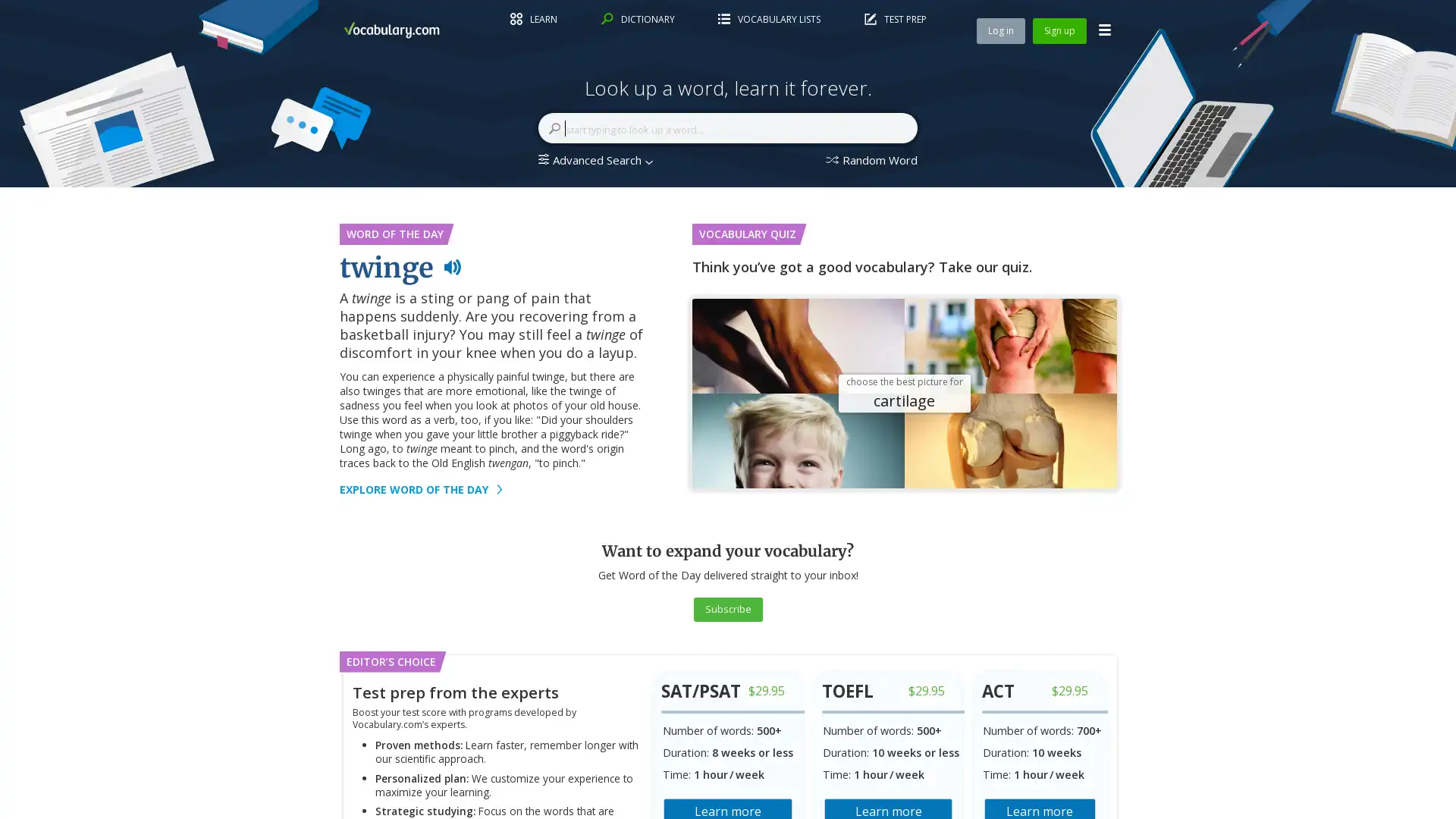 This screenshot has width=1456, height=819. Describe the element at coordinates (1105, 30) in the screenshot. I see `navigation menu` at that location.